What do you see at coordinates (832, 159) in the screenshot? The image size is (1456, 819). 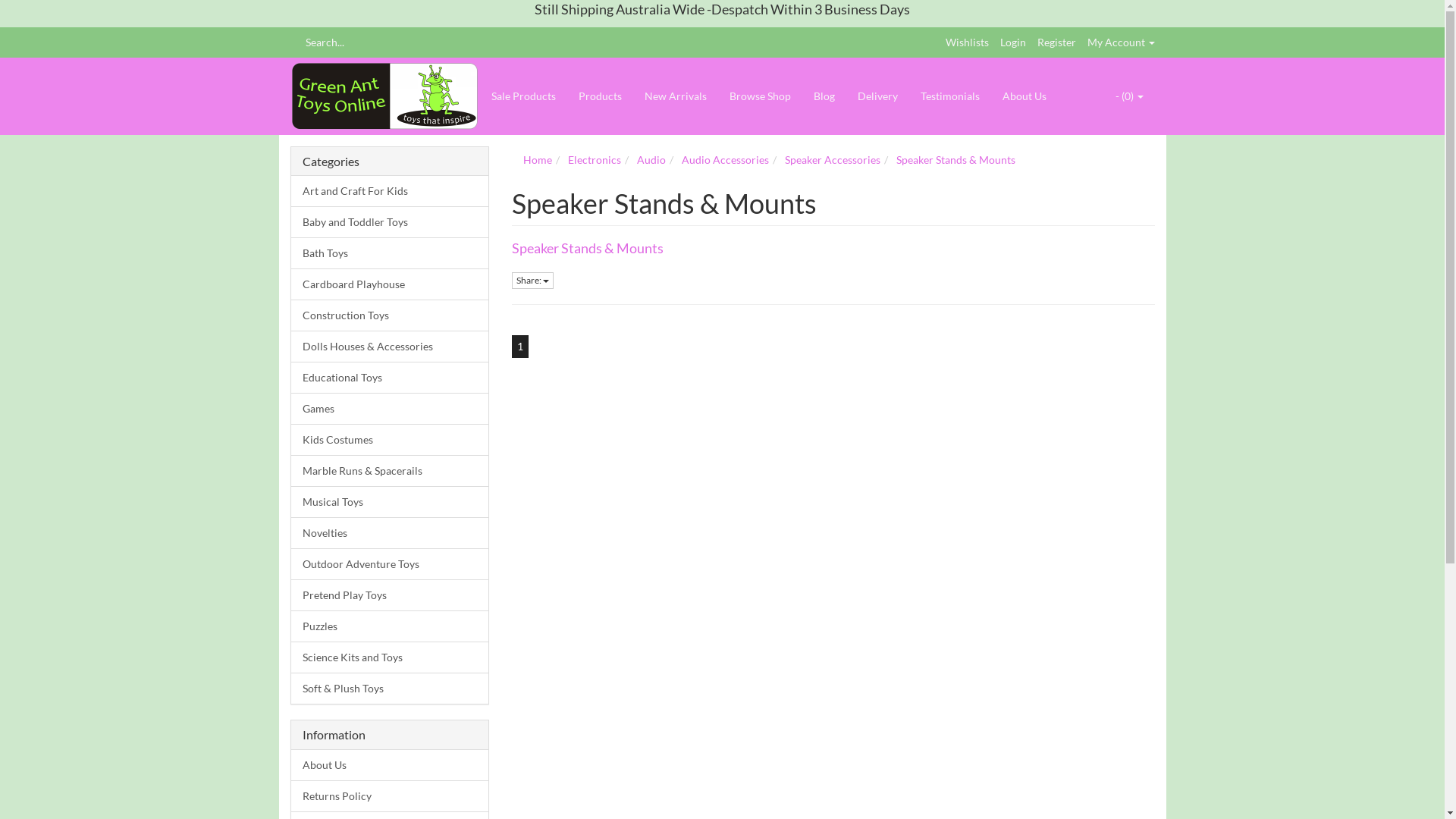 I see `'Speaker Accessories'` at bounding box center [832, 159].